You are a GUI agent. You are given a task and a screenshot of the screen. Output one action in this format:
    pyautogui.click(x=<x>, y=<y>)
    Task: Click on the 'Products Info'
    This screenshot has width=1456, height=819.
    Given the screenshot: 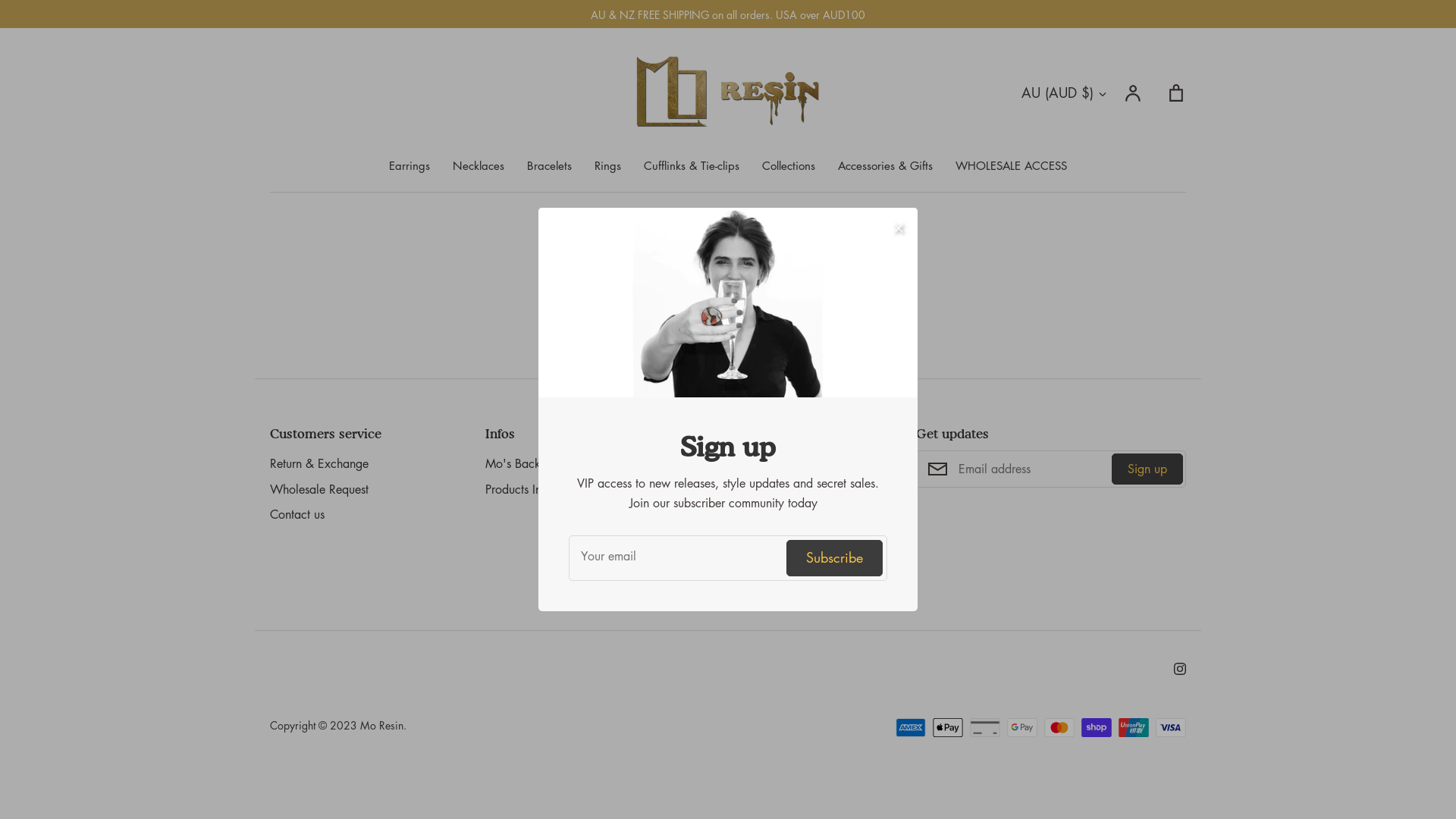 What is the action you would take?
    pyautogui.click(x=518, y=489)
    